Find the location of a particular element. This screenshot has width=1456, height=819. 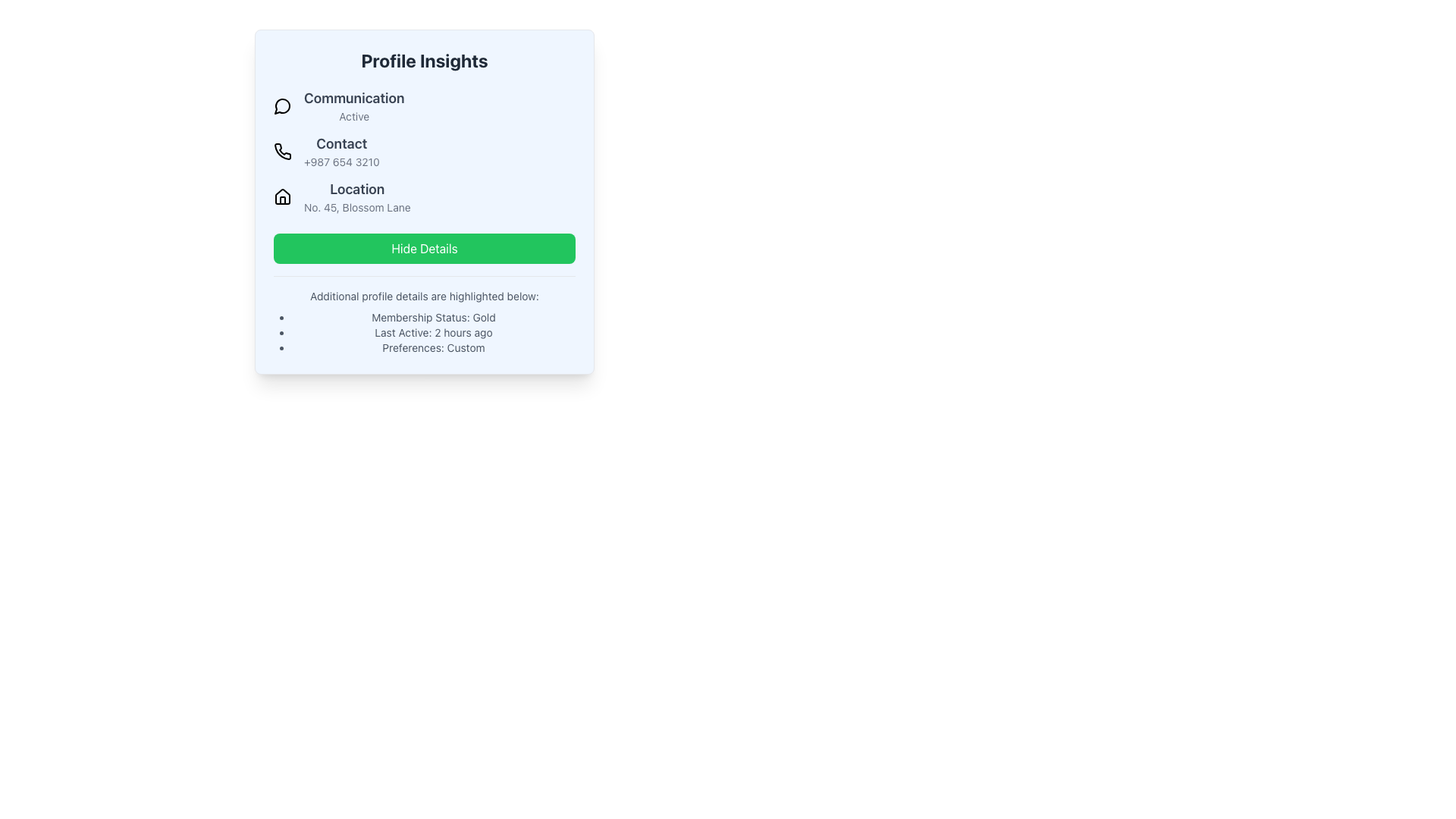

the 'Contact' icon, which is the second in a vertical sequence of three icons on the left of the profile card, to interact with the contact information section is located at coordinates (283, 151).